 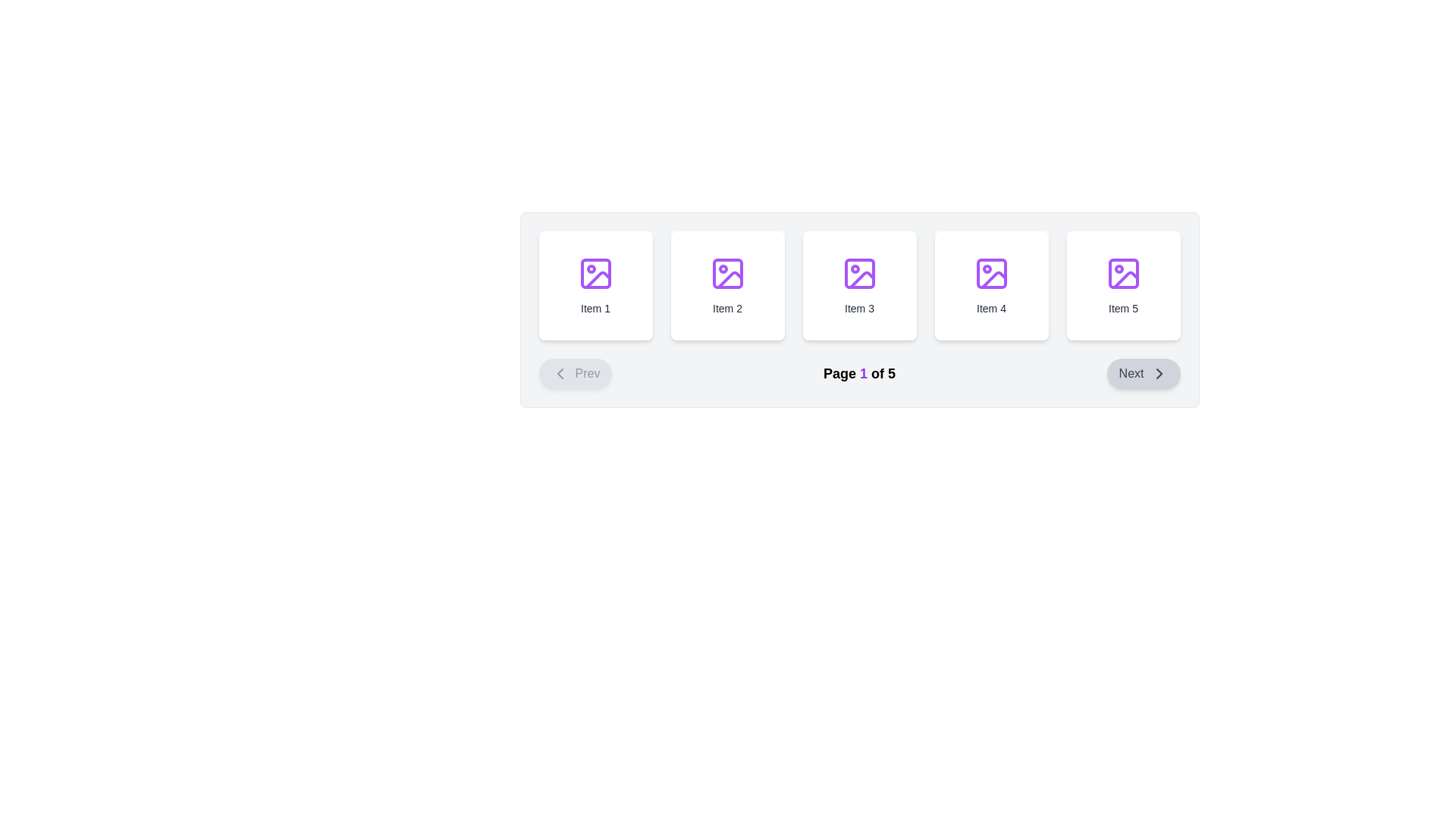 I want to click on the card labeled 'Item 3', so click(x=859, y=286).